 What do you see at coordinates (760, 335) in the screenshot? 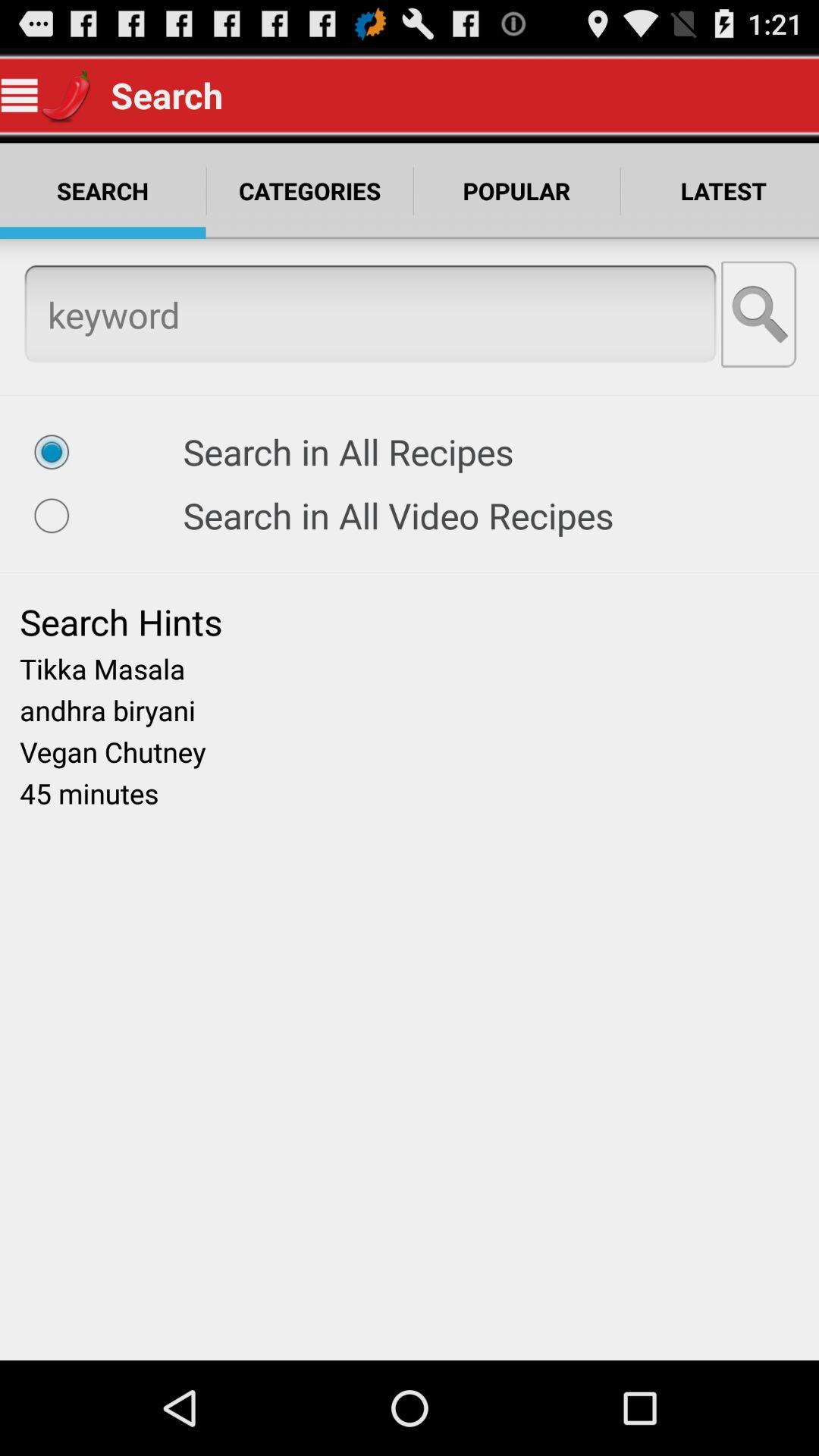
I see `the search icon` at bounding box center [760, 335].